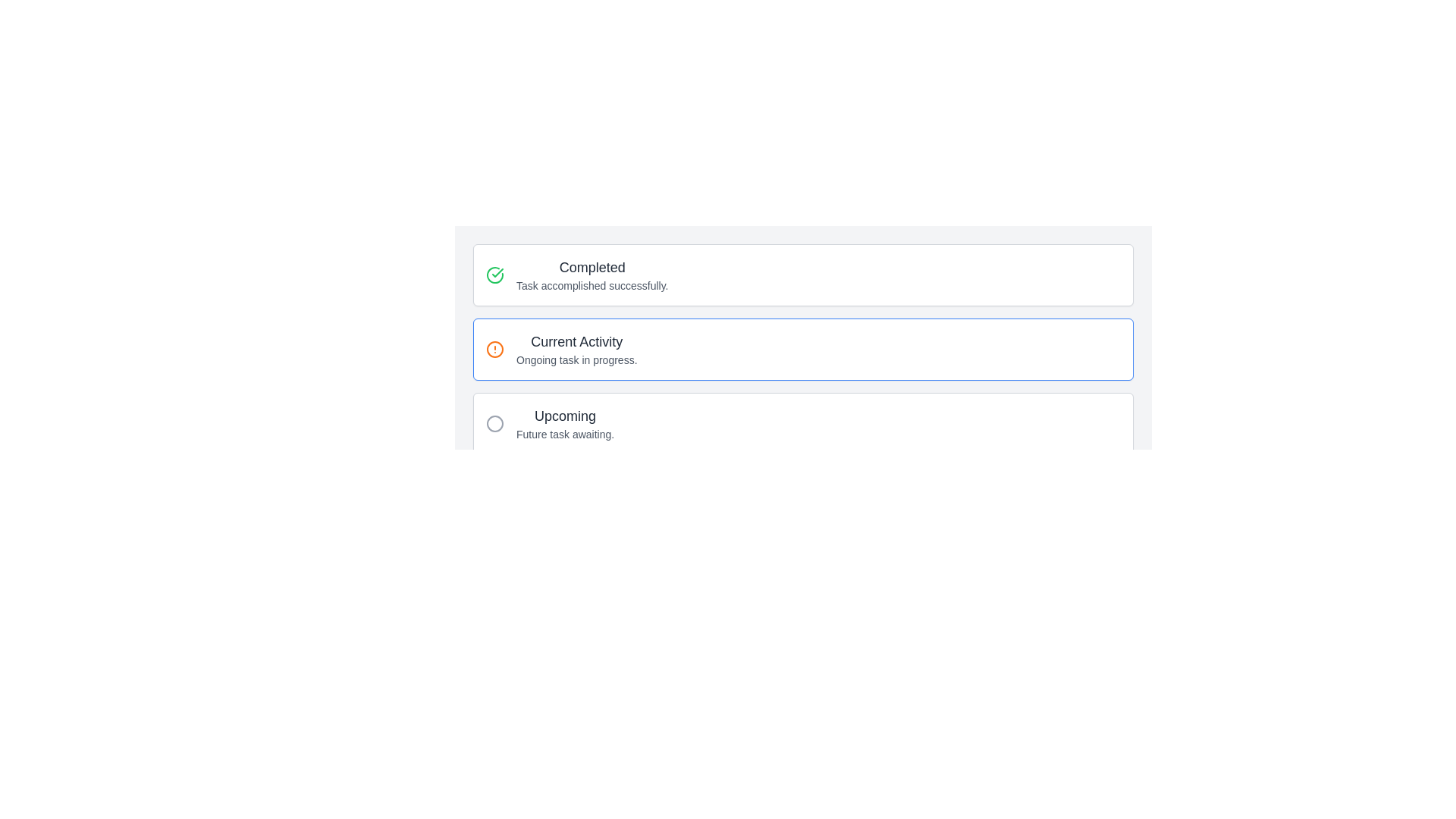 Image resolution: width=1456 pixels, height=819 pixels. I want to click on the green circular icon with a checkmark that signifies a completed action, located next to the text 'Completed Task accomplished successfully', so click(494, 275).